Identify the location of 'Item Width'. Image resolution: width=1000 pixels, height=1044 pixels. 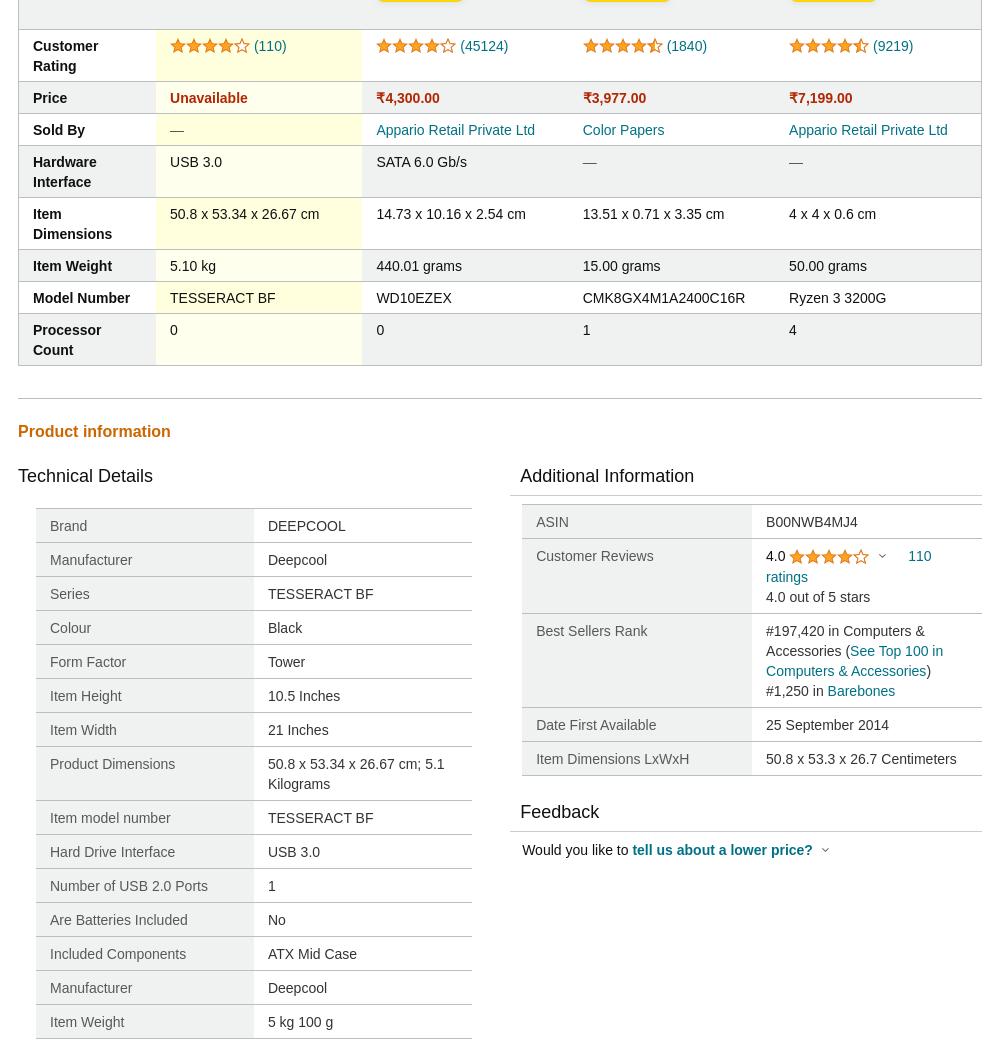
(50, 729).